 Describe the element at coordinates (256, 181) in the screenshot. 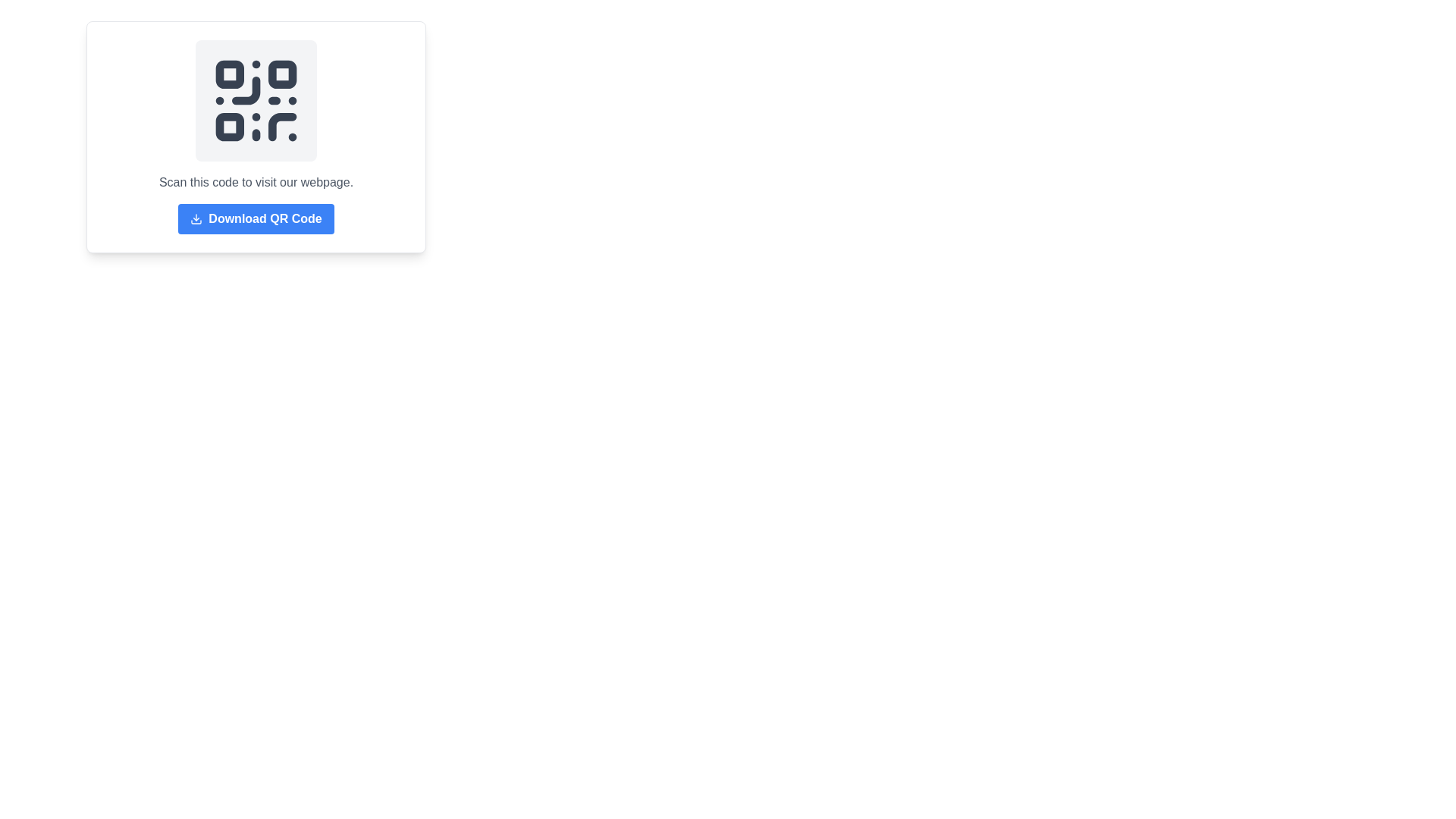

I see `the text label that reads 'Scan this code to visit our webpage.' which is styled with a muted gray color and centered alignment, located below the QR code graphic and above the 'Download QR Code' button` at that location.